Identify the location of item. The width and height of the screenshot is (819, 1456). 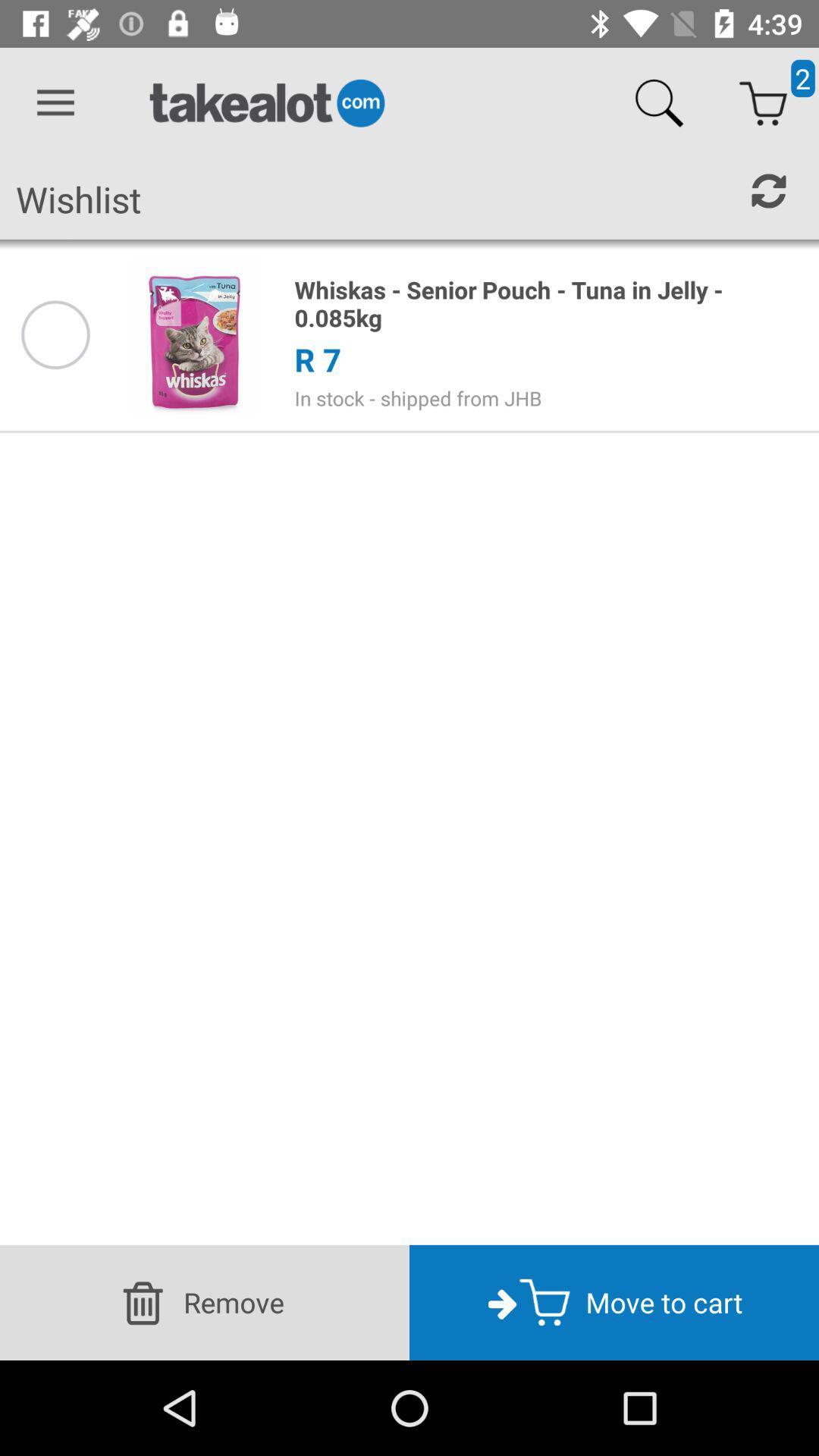
(55, 334).